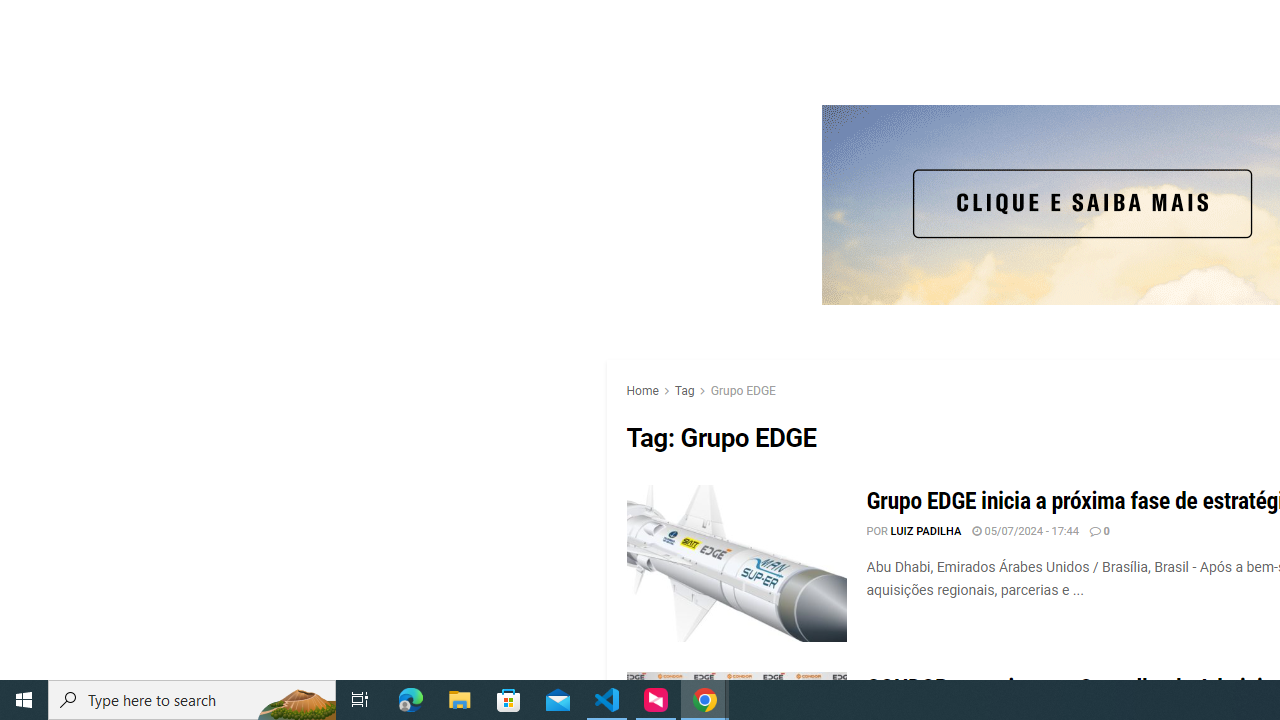  What do you see at coordinates (742, 390) in the screenshot?
I see `'Grupo EDGE'` at bounding box center [742, 390].